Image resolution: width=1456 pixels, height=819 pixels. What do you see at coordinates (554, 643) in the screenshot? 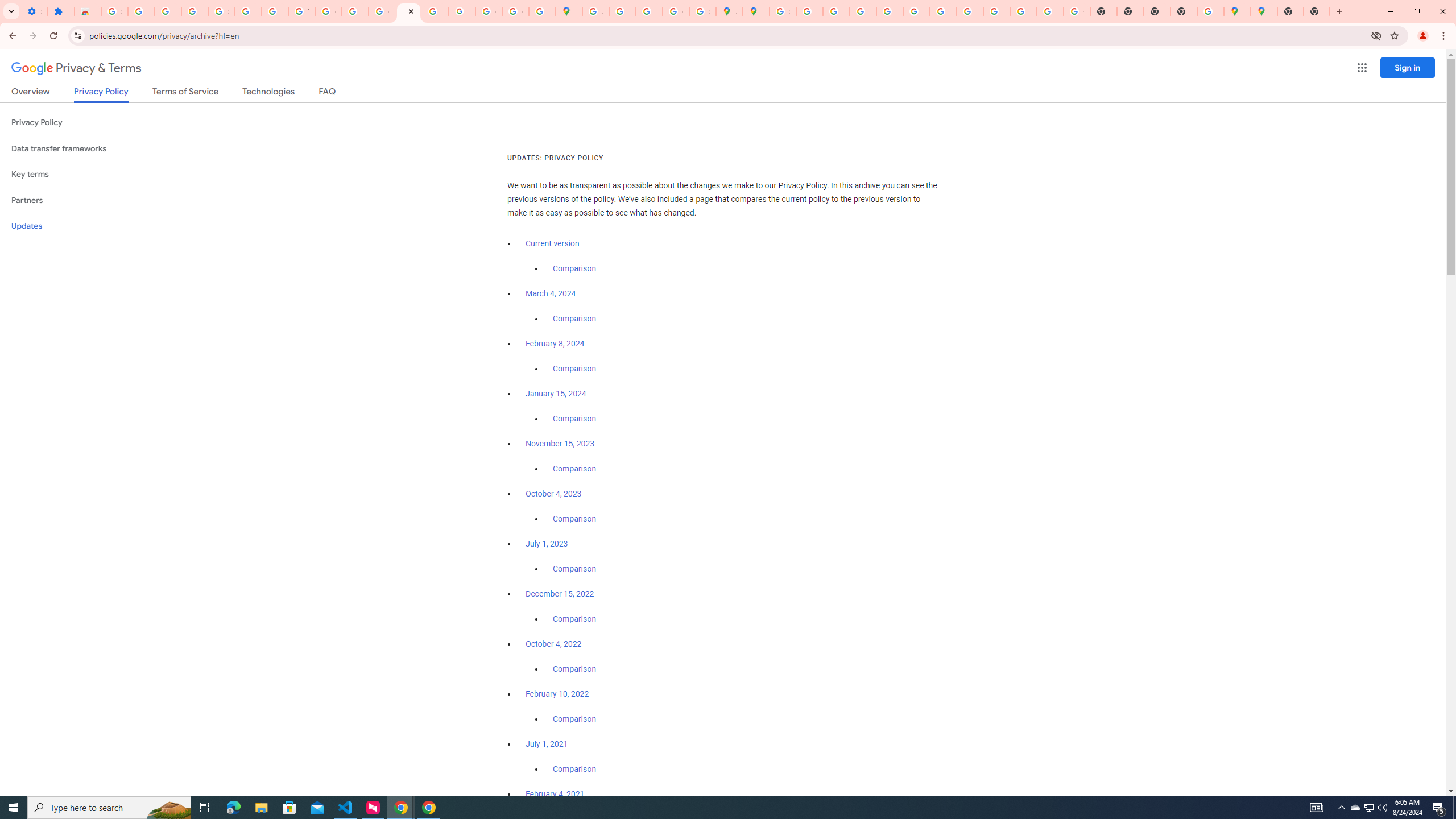
I see `'October 4, 2022'` at bounding box center [554, 643].